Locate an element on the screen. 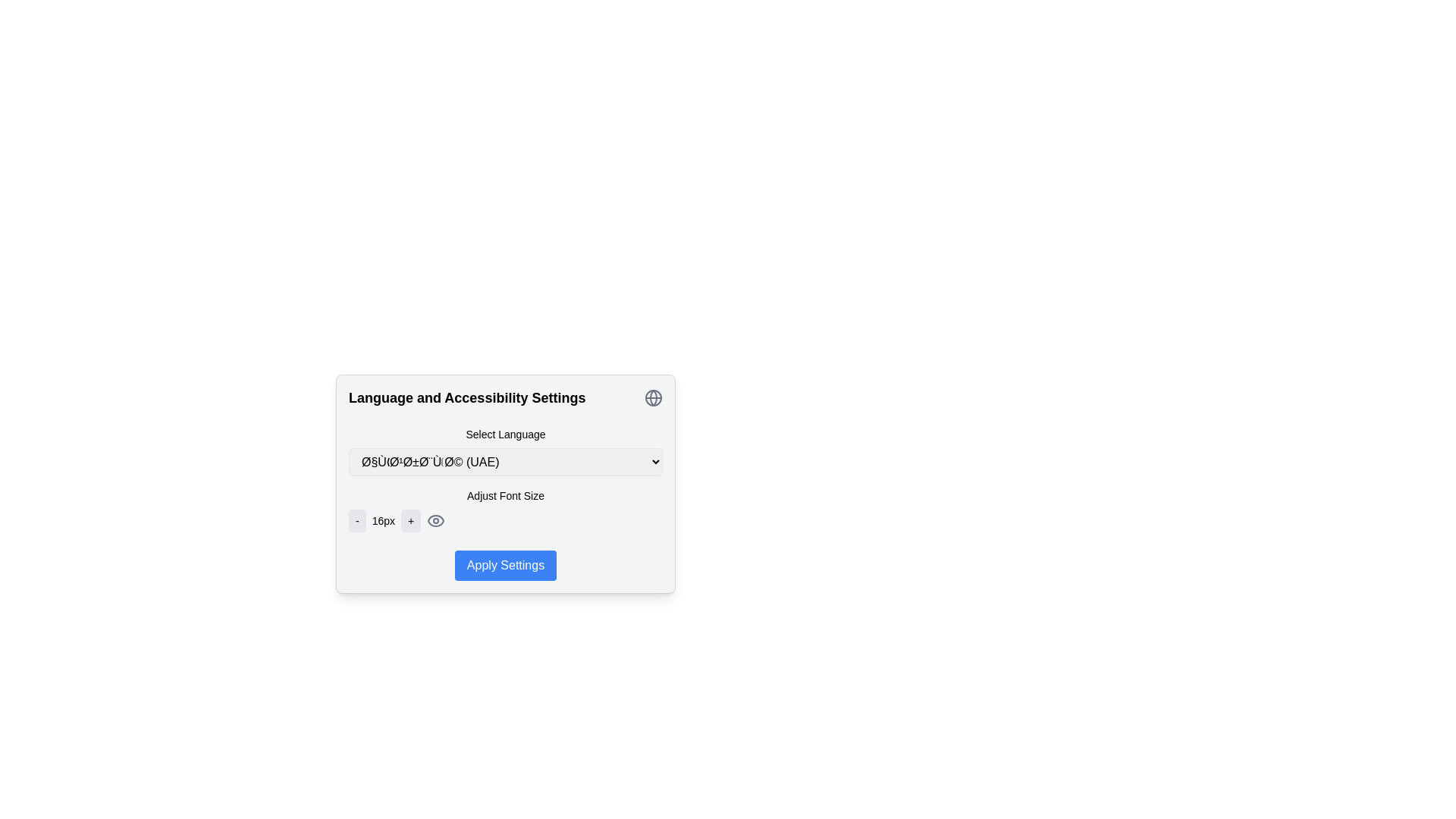 The height and width of the screenshot is (819, 1456). the eye-shaped visibility icon located in the 'Language and Accessibility Settings' dialog, near the 'Adjust Font Size' section is located at coordinates (435, 519).